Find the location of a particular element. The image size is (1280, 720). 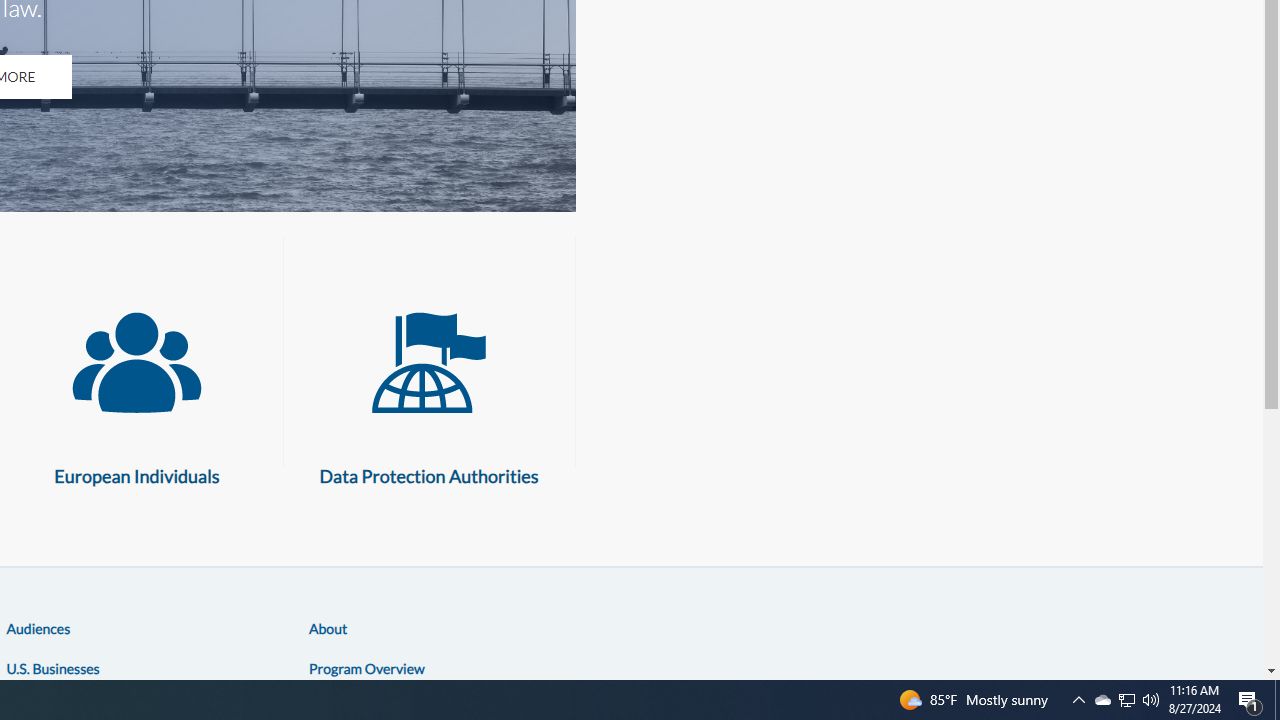

'Program Overview' is located at coordinates (366, 667).